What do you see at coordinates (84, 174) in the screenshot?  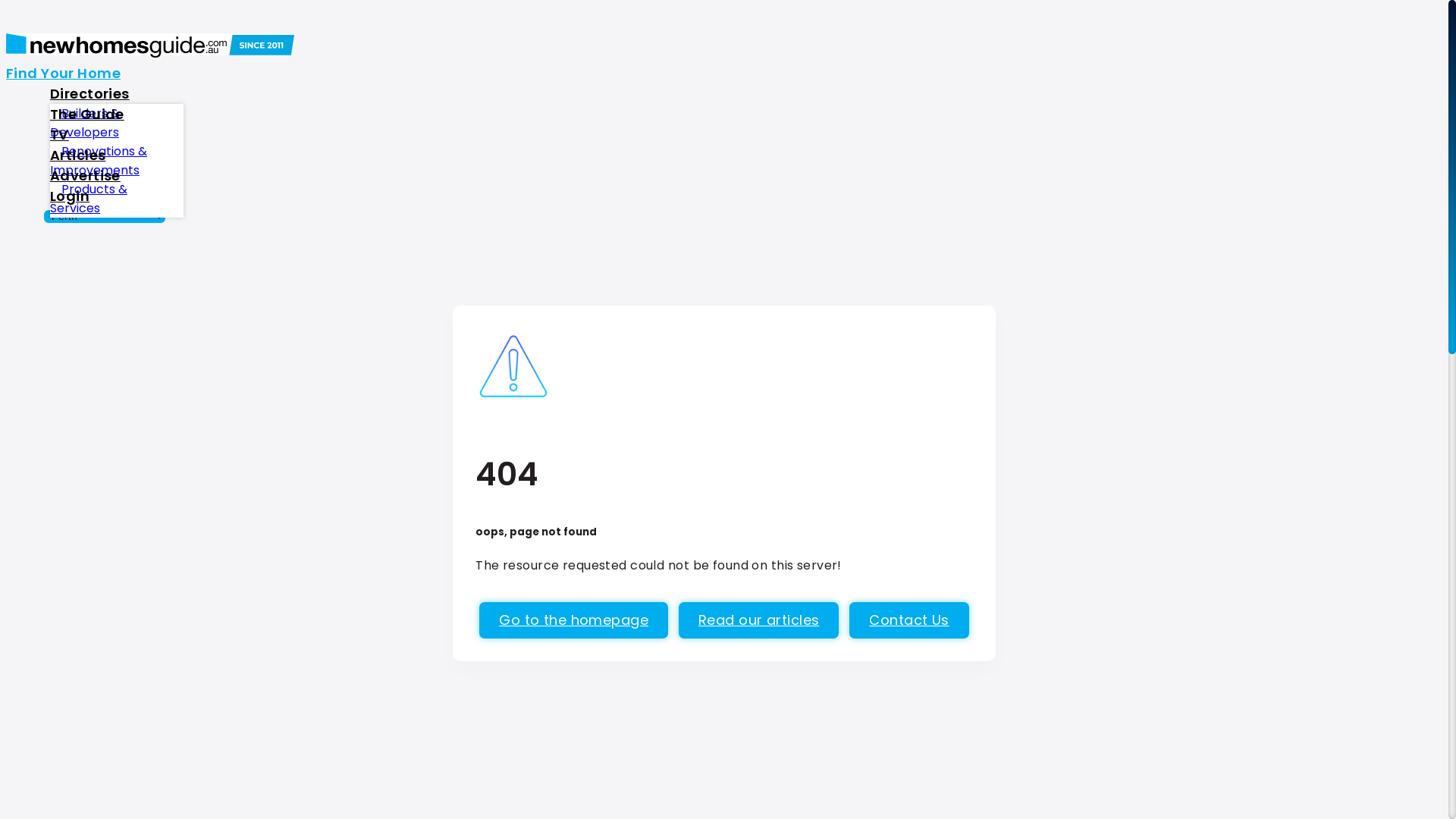 I see `'Advertise'` at bounding box center [84, 174].